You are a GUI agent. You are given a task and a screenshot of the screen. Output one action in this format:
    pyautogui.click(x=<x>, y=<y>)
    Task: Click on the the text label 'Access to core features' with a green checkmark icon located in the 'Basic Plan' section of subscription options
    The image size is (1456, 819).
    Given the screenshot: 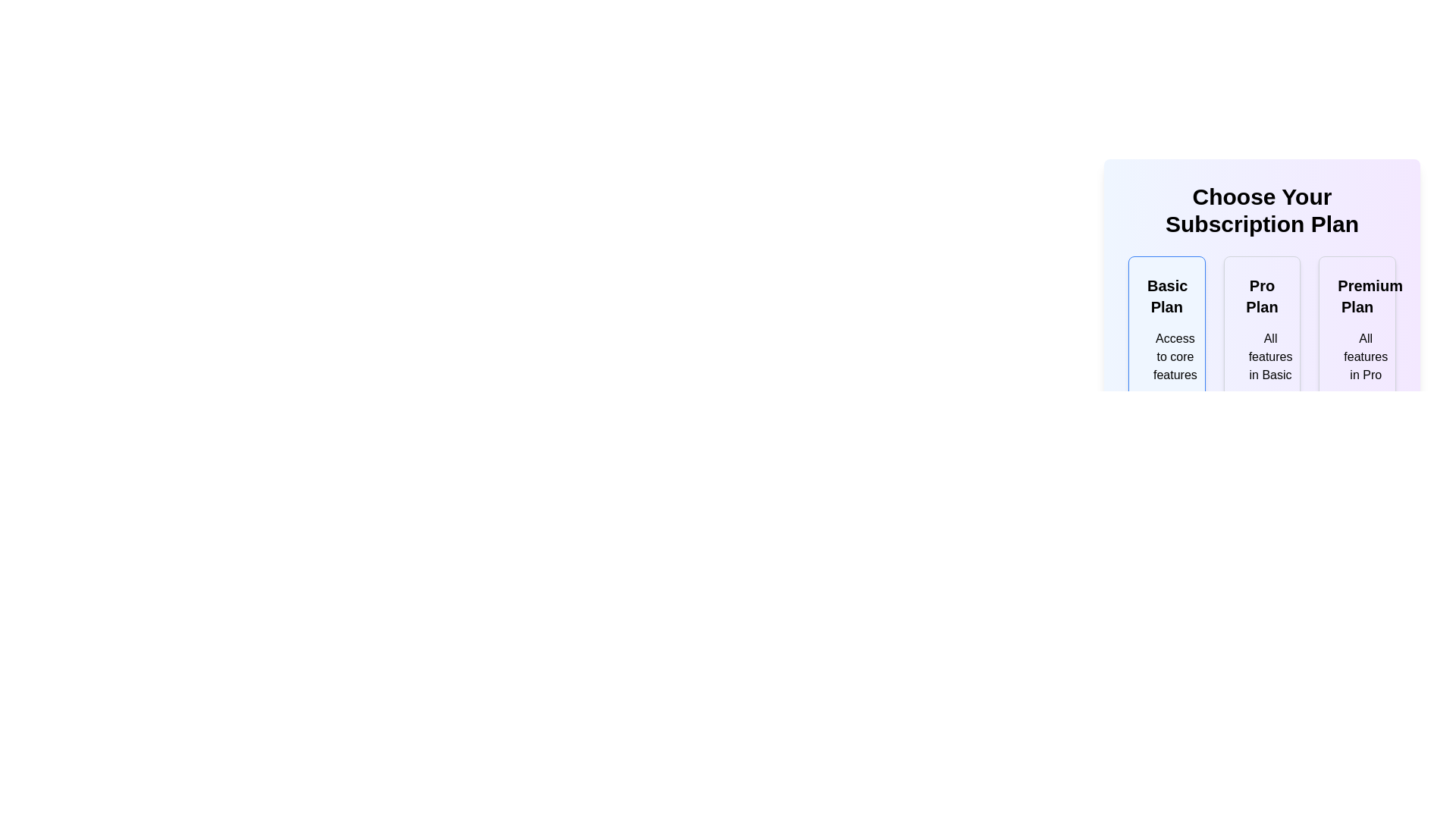 What is the action you would take?
    pyautogui.click(x=1166, y=356)
    